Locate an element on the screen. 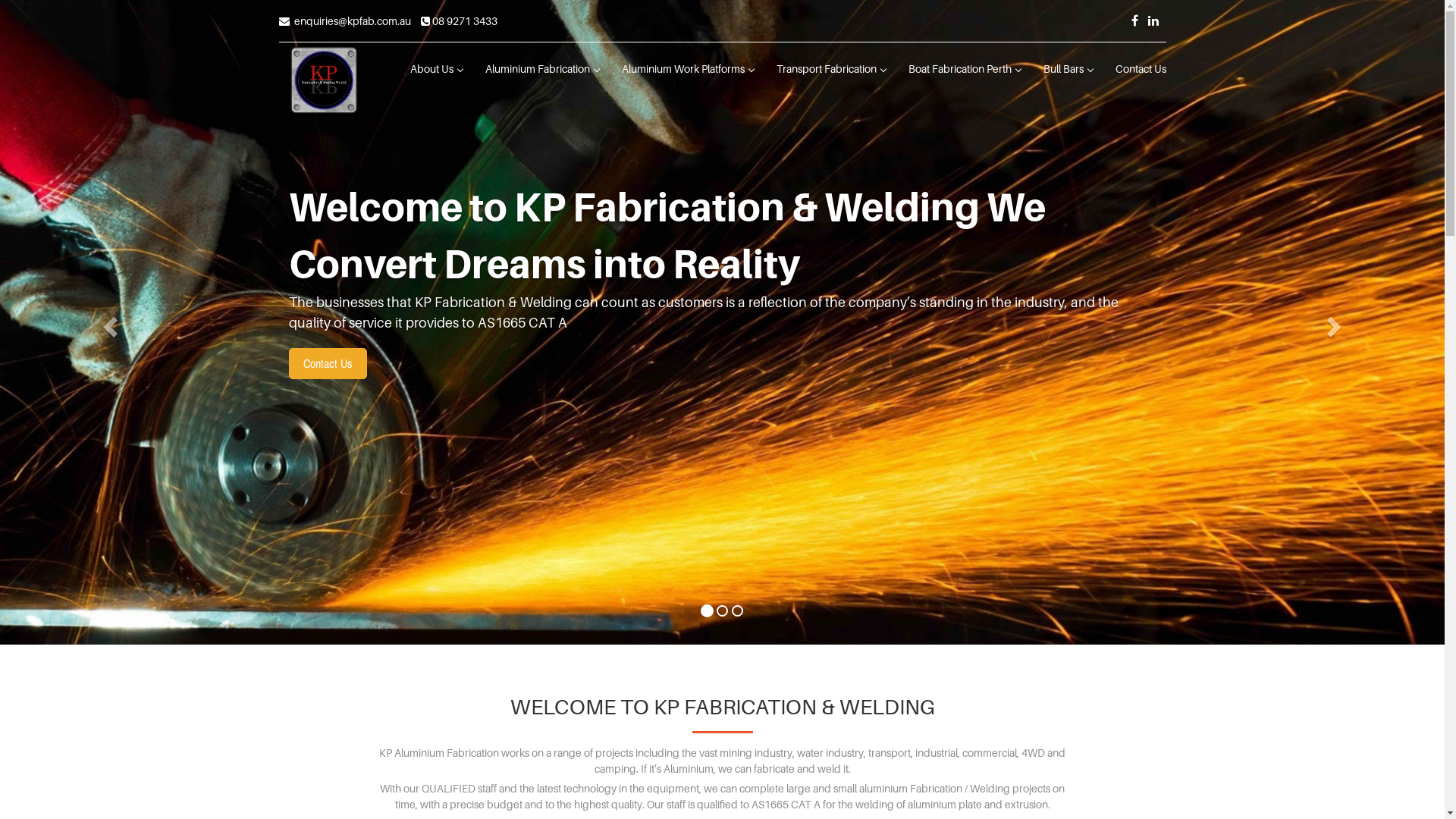  'Transport Fabrication' is located at coordinates (829, 69).